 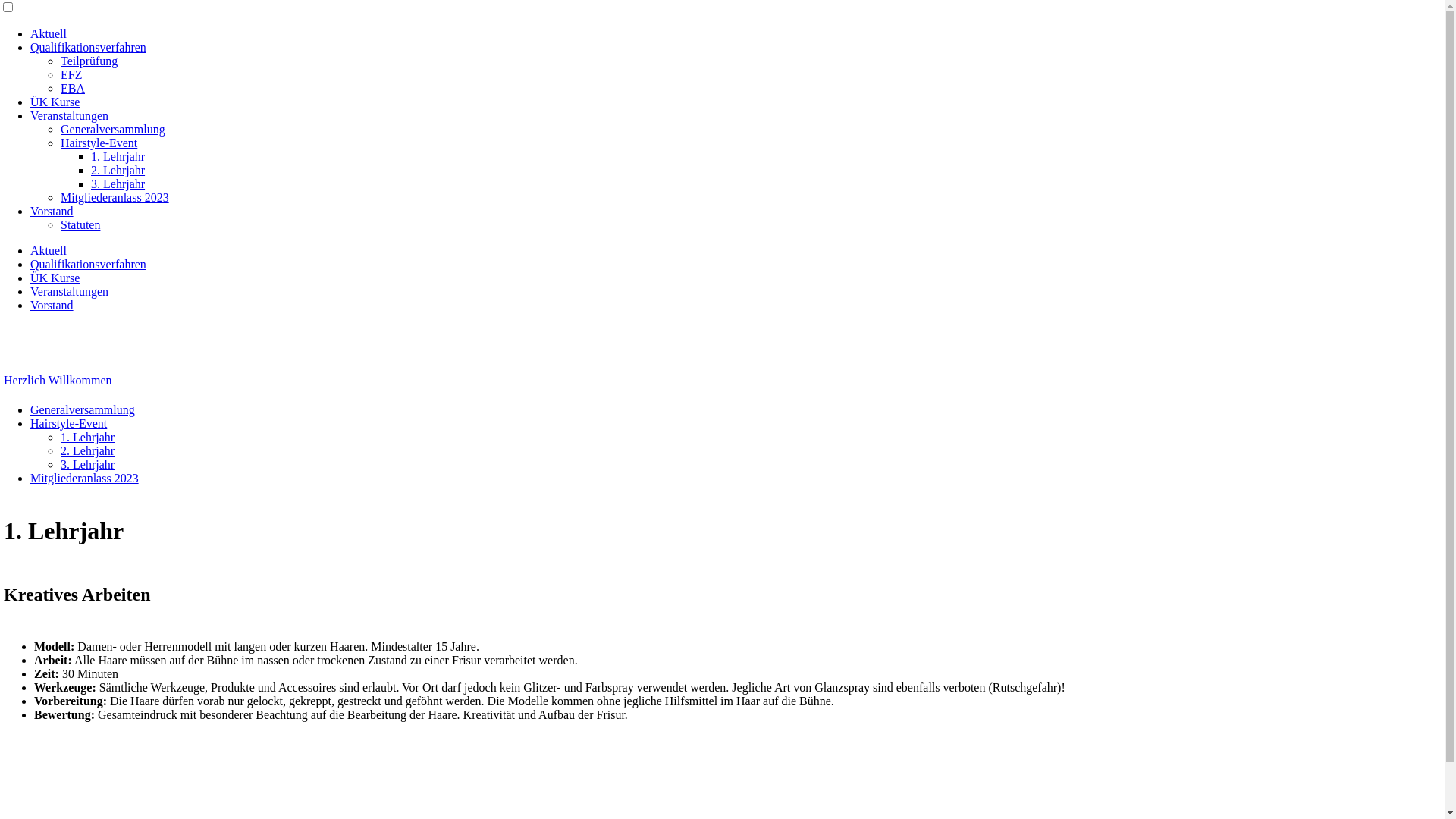 What do you see at coordinates (86, 450) in the screenshot?
I see `'2. Lehrjahr'` at bounding box center [86, 450].